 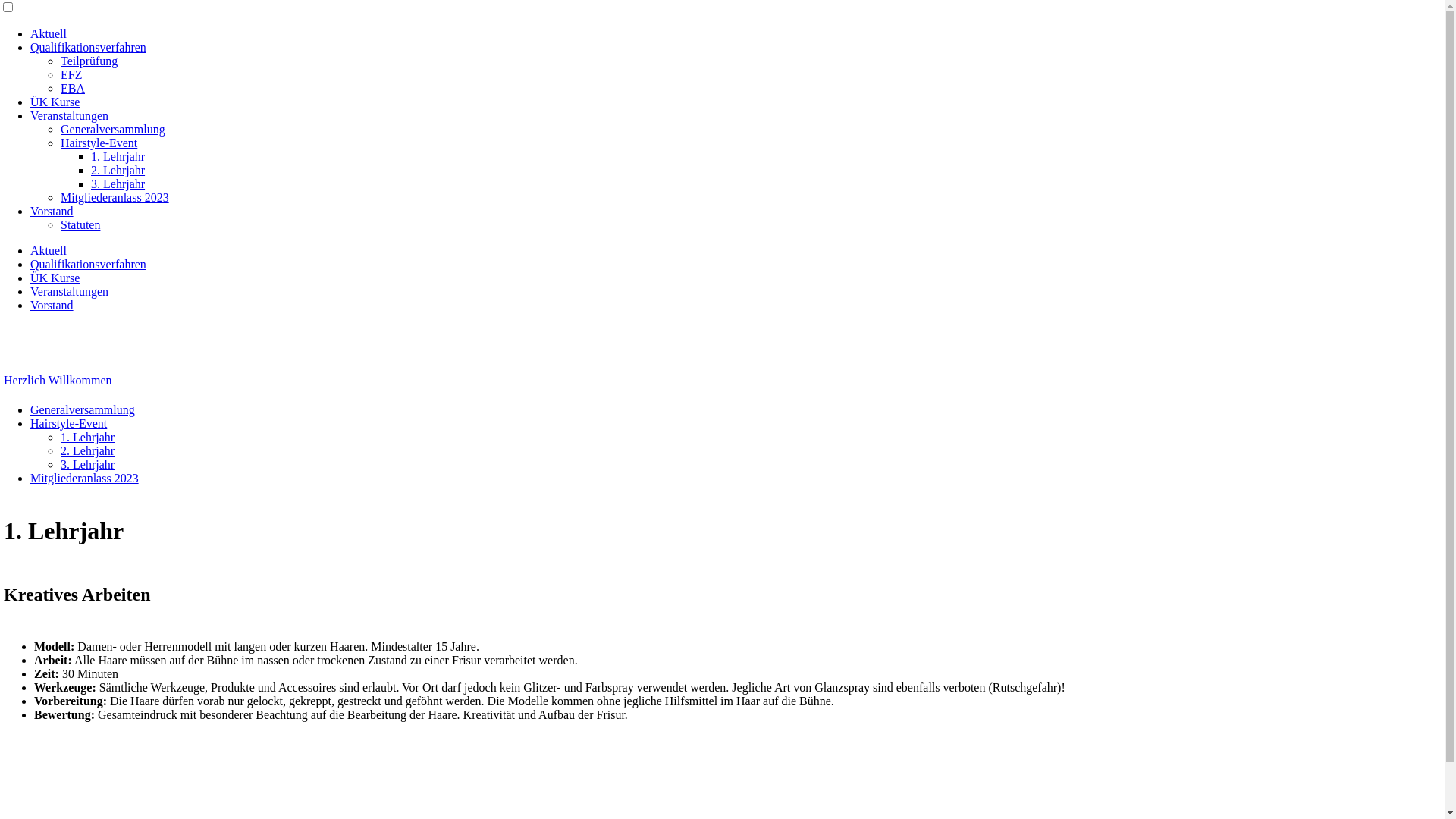 What do you see at coordinates (86, 450) in the screenshot?
I see `'2. Lehrjahr'` at bounding box center [86, 450].